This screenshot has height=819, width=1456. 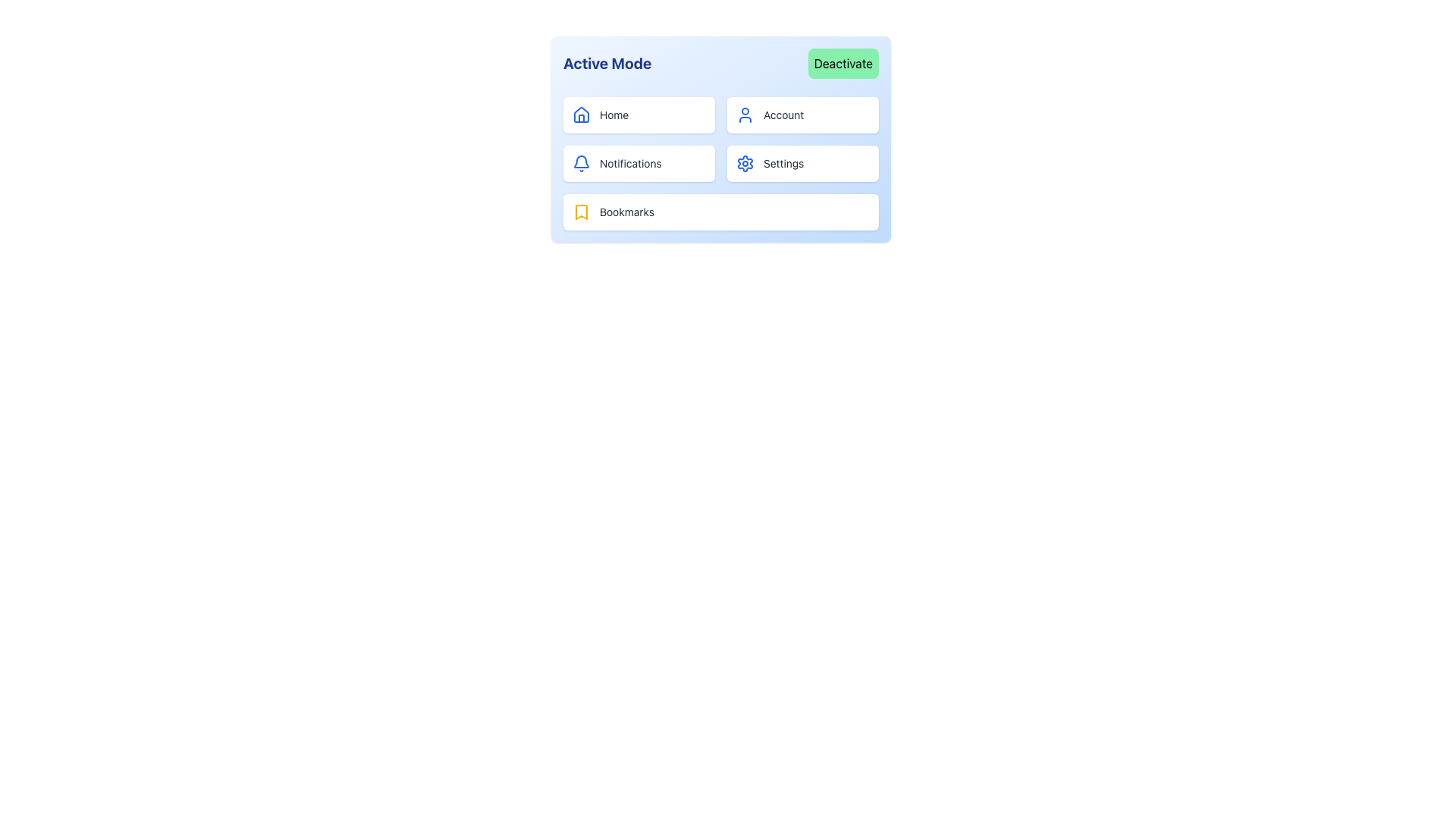 What do you see at coordinates (581, 114) in the screenshot?
I see `the 'Home' icon located in the upper-left portion of the interface` at bounding box center [581, 114].